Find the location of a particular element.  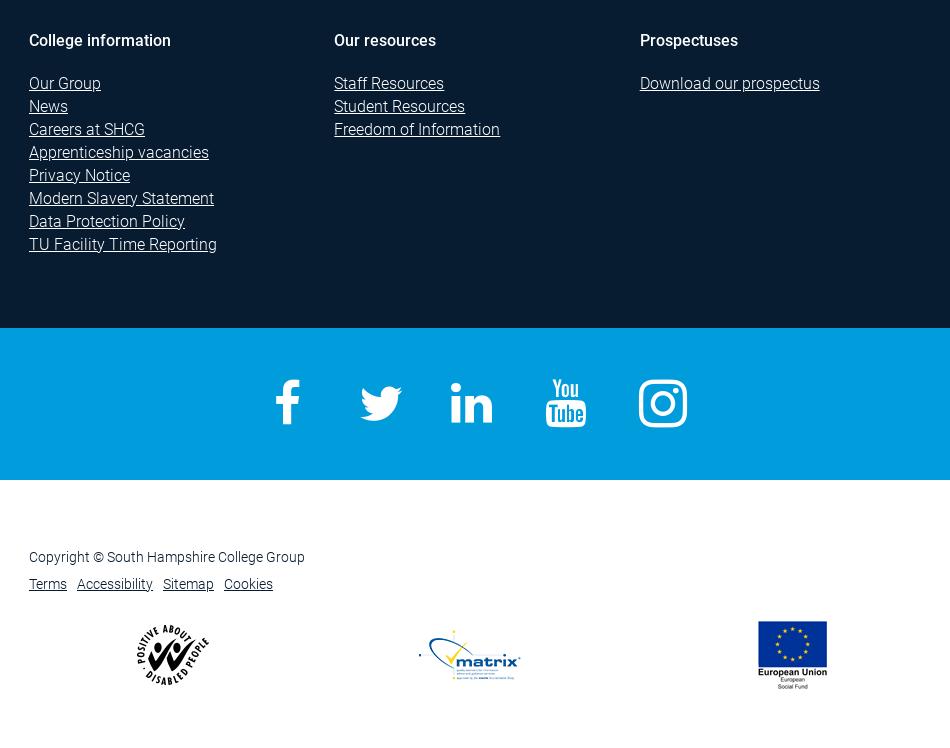

'Download our prospectus' is located at coordinates (728, 81).